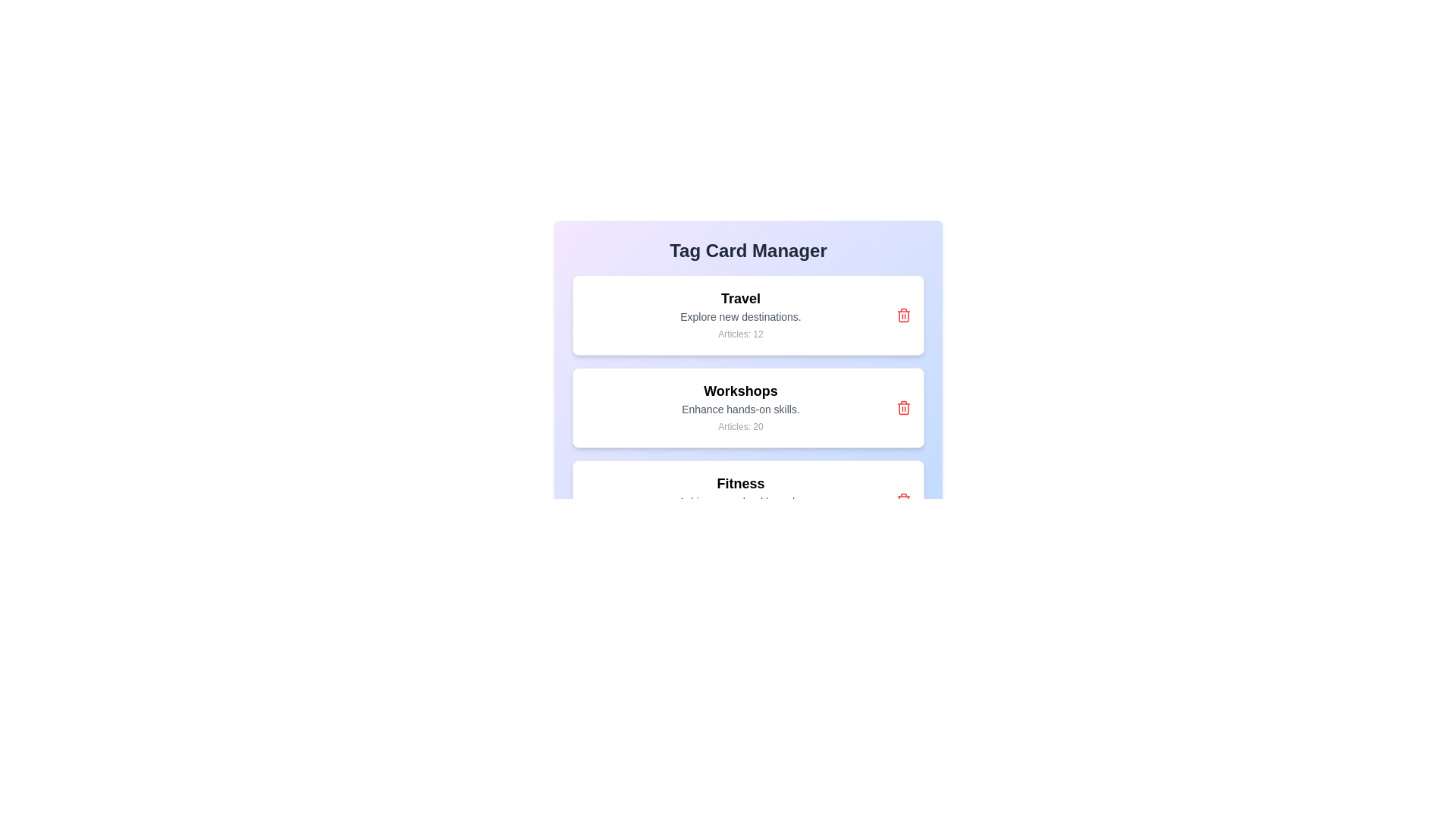  Describe the element at coordinates (903, 500) in the screenshot. I see `delete button for the tag labeled Fitness` at that location.